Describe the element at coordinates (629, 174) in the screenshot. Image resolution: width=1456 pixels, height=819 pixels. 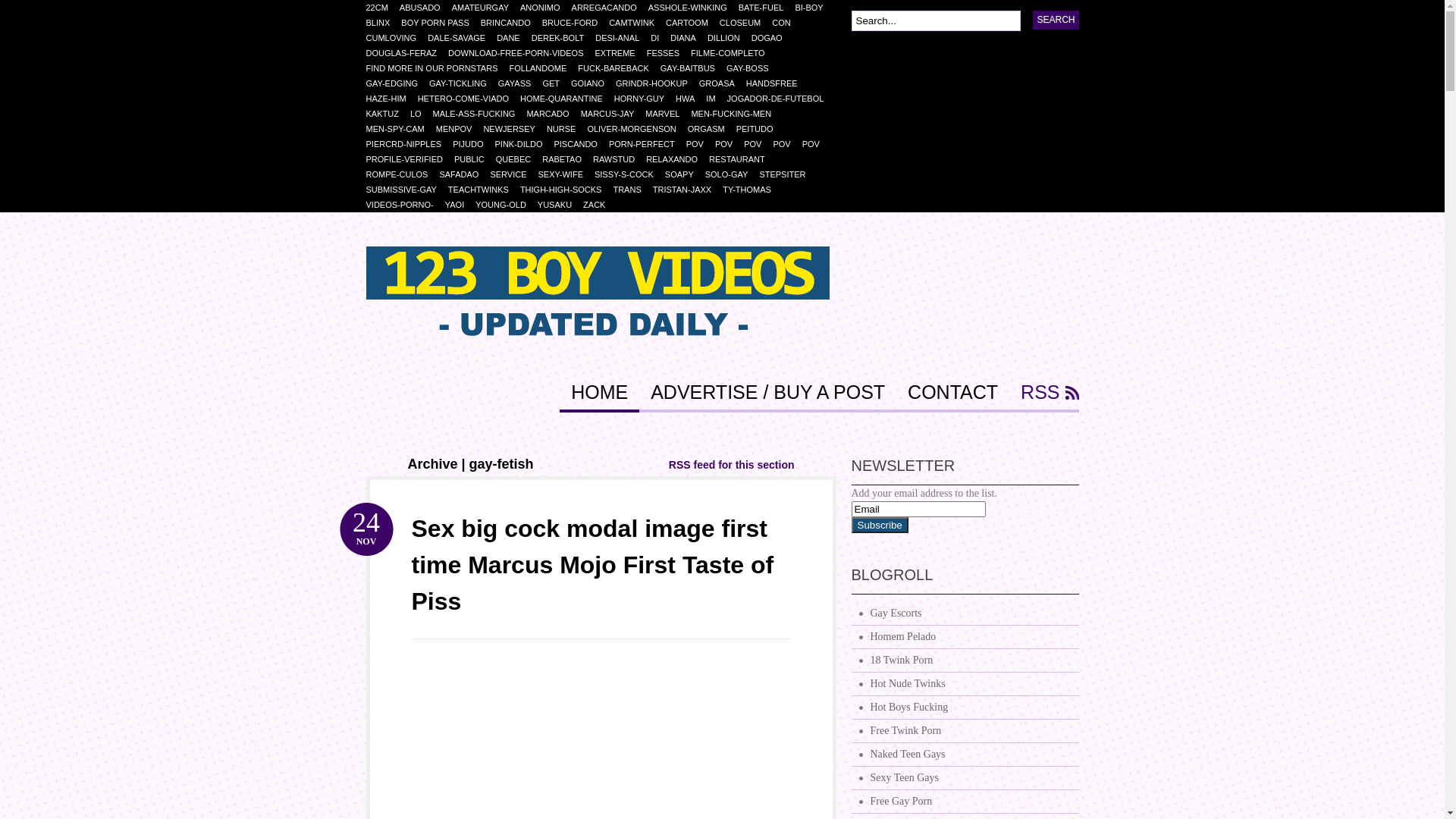
I see `'SISSY-S-COCK'` at that location.